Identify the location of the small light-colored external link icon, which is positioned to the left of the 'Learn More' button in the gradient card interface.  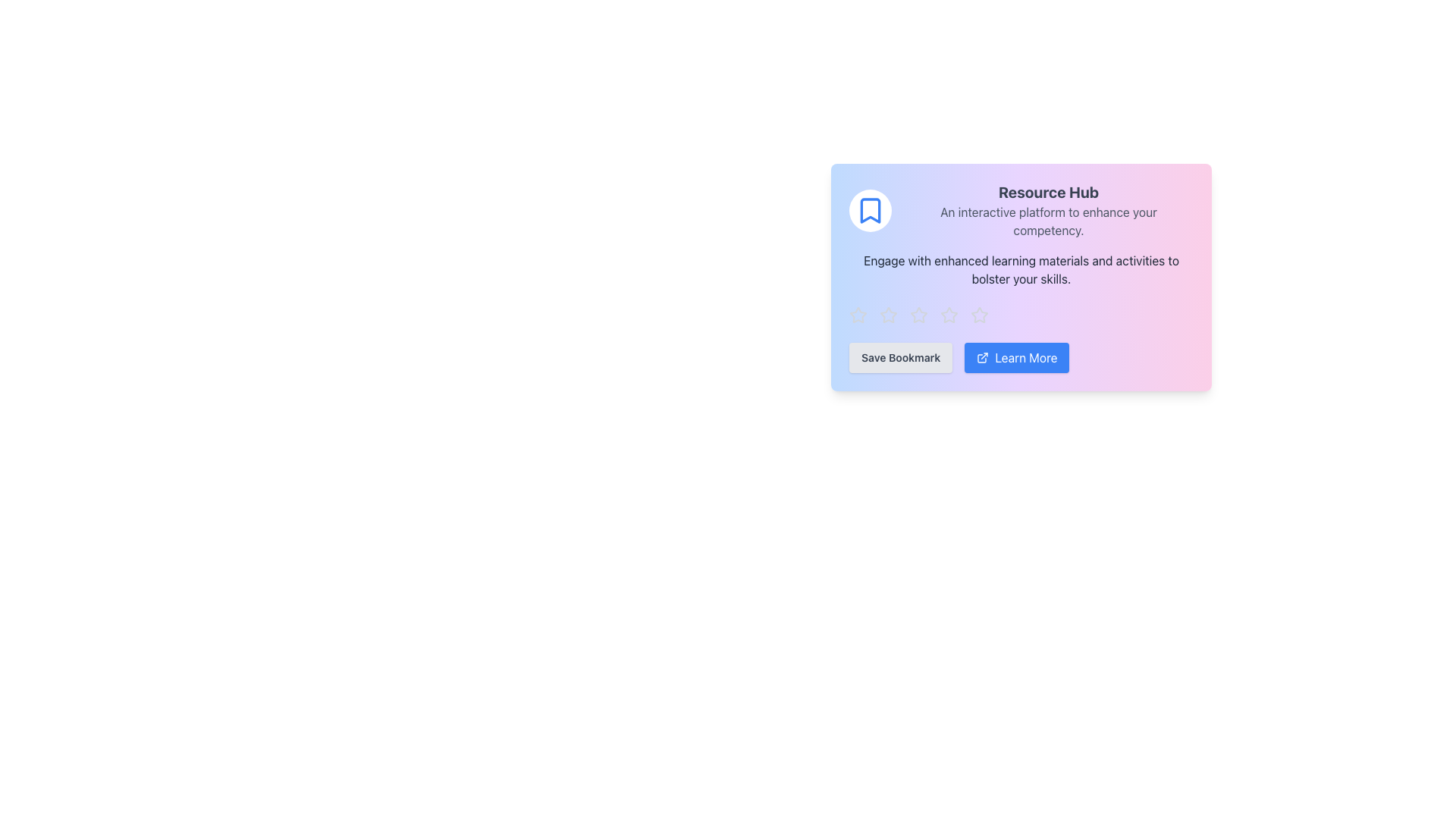
(983, 357).